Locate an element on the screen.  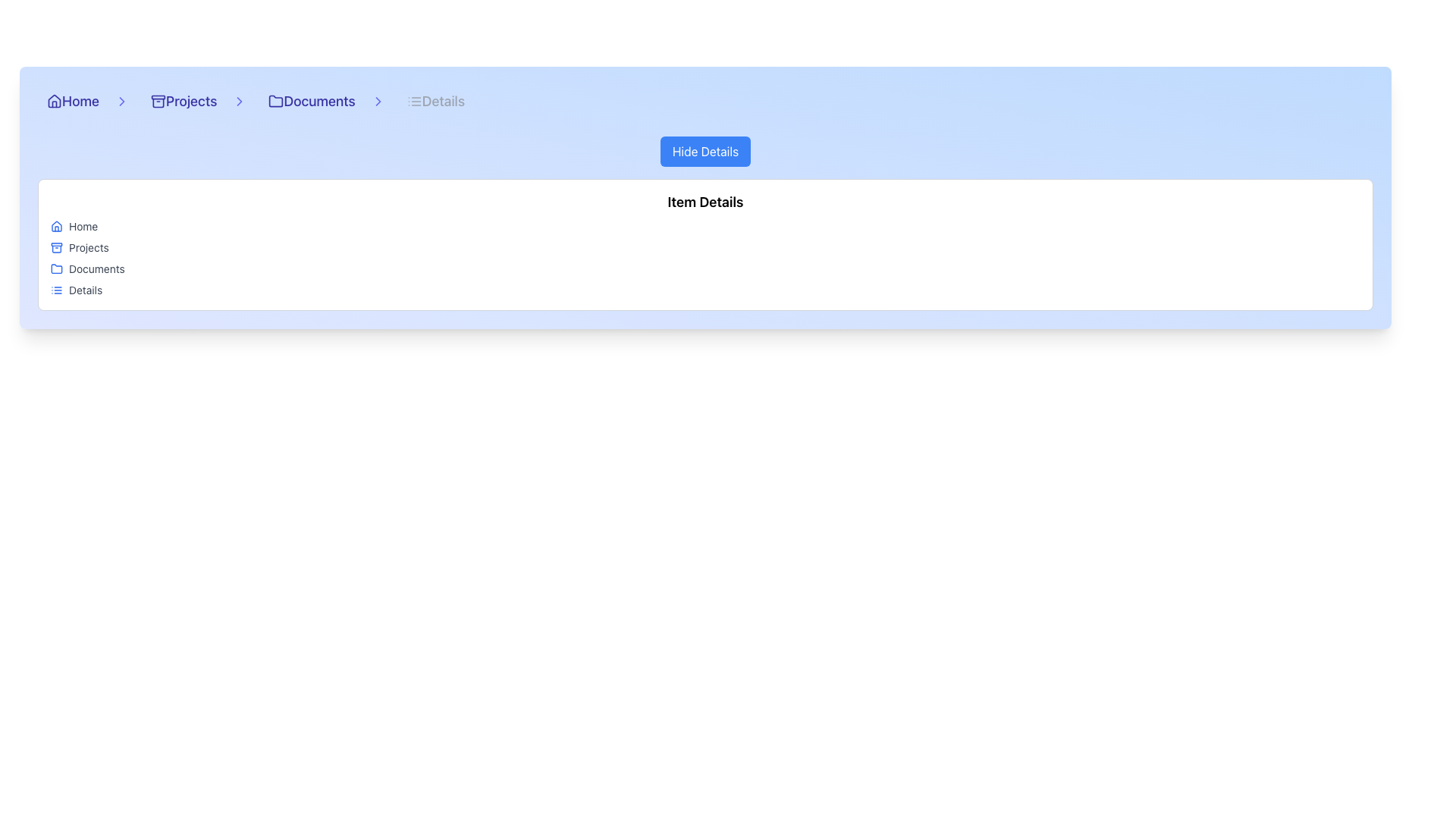
the house-shaped icon located to the left of the 'Home' label in the navigation bar is located at coordinates (55, 102).